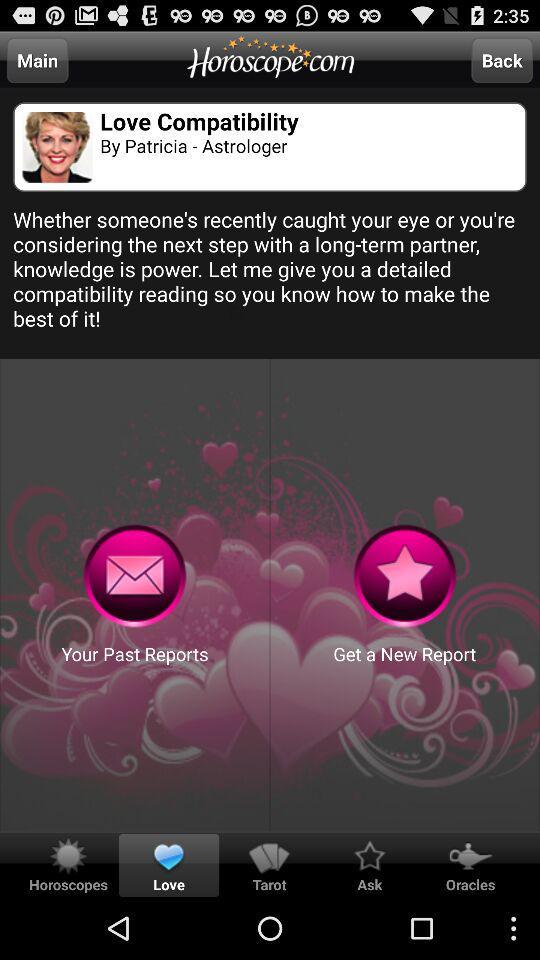  Describe the element at coordinates (135, 576) in the screenshot. I see `to view past reports` at that location.